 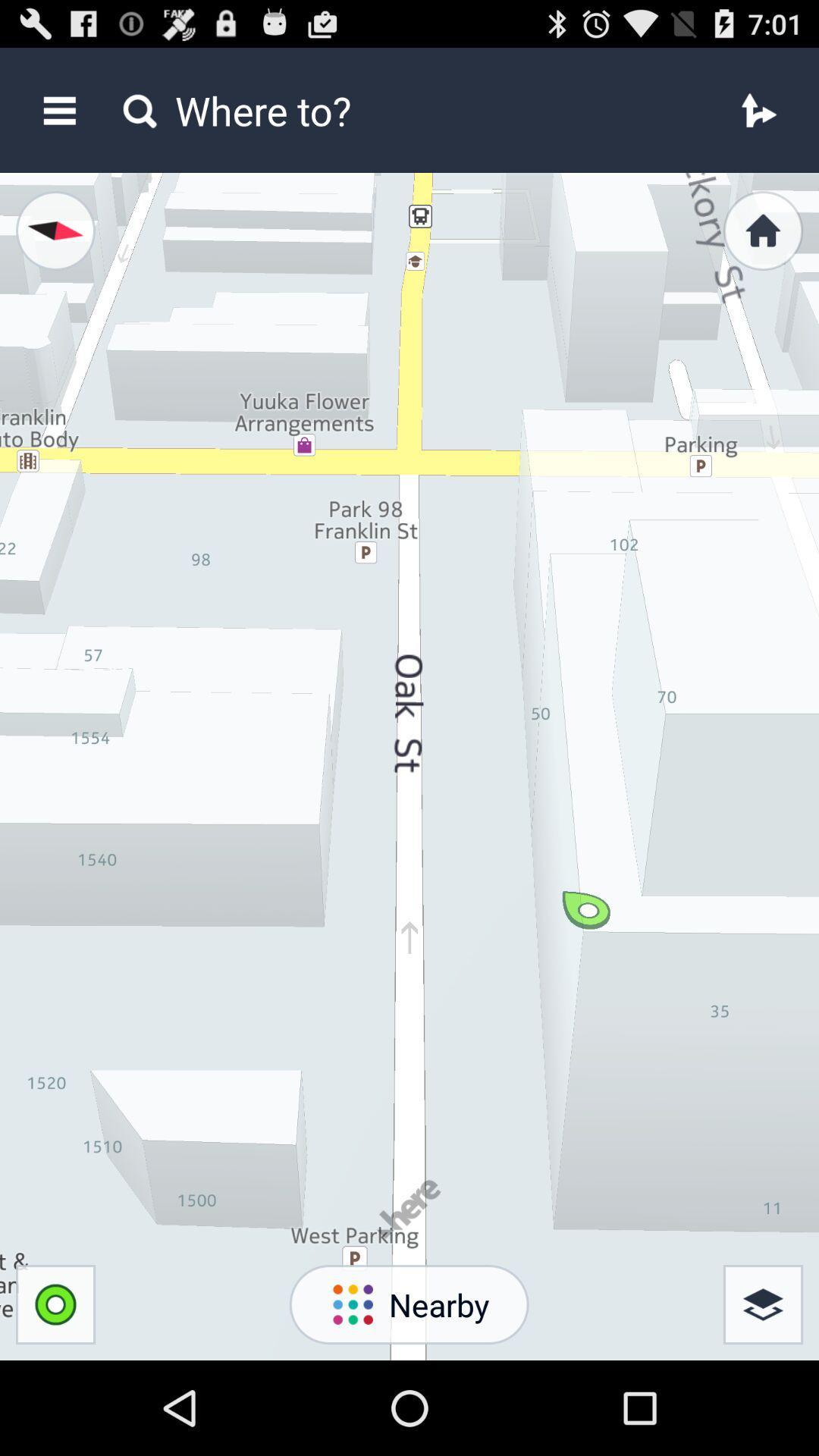 What do you see at coordinates (52, 246) in the screenshot?
I see `the explore icon` at bounding box center [52, 246].